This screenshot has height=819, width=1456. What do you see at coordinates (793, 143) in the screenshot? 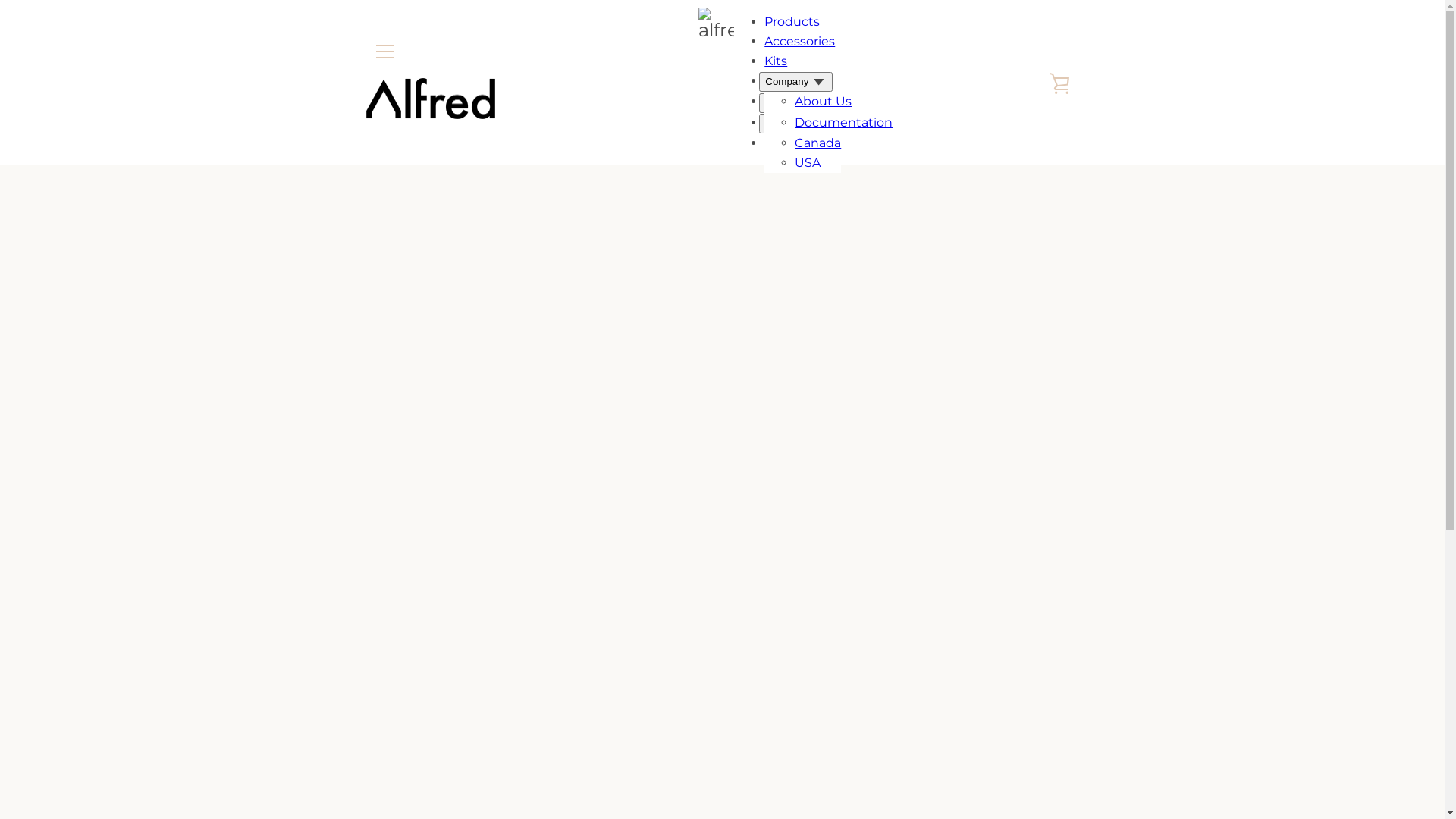
I see `'Canada'` at bounding box center [793, 143].